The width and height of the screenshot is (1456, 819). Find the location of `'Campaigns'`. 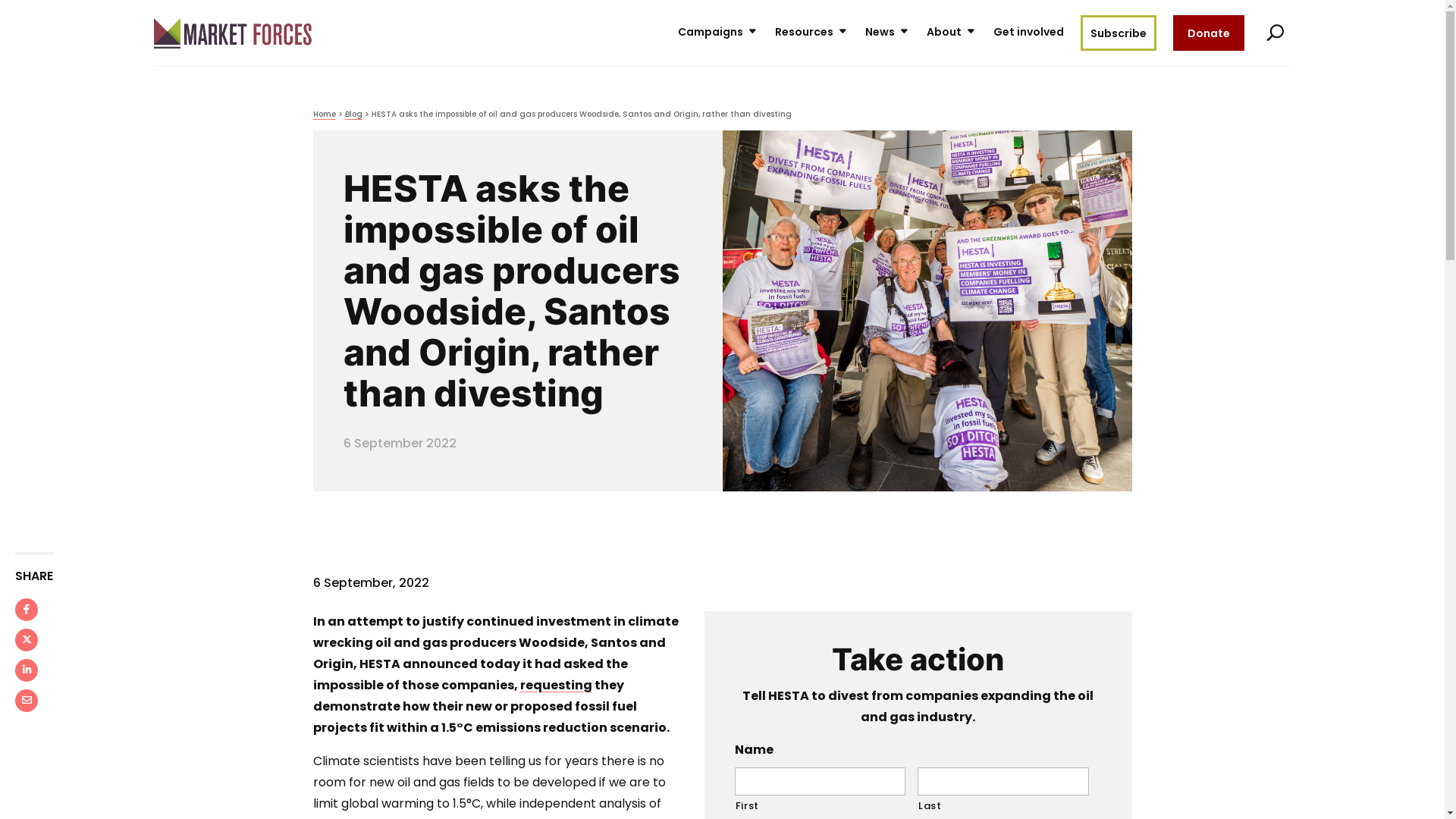

'Campaigns' is located at coordinates (676, 33).